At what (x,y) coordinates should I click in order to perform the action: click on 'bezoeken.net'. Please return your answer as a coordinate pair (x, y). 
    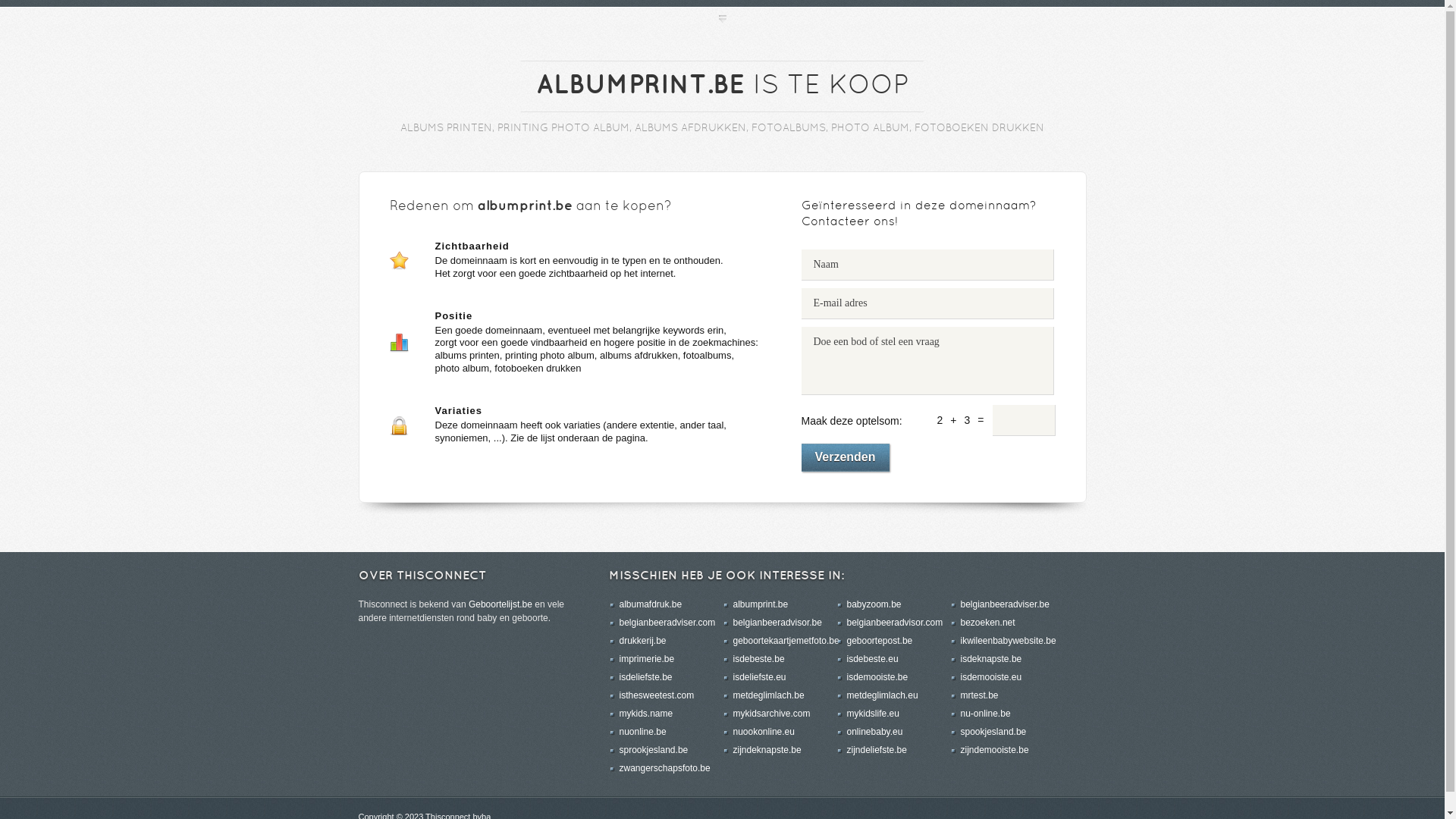
    Looking at the image, I should click on (987, 623).